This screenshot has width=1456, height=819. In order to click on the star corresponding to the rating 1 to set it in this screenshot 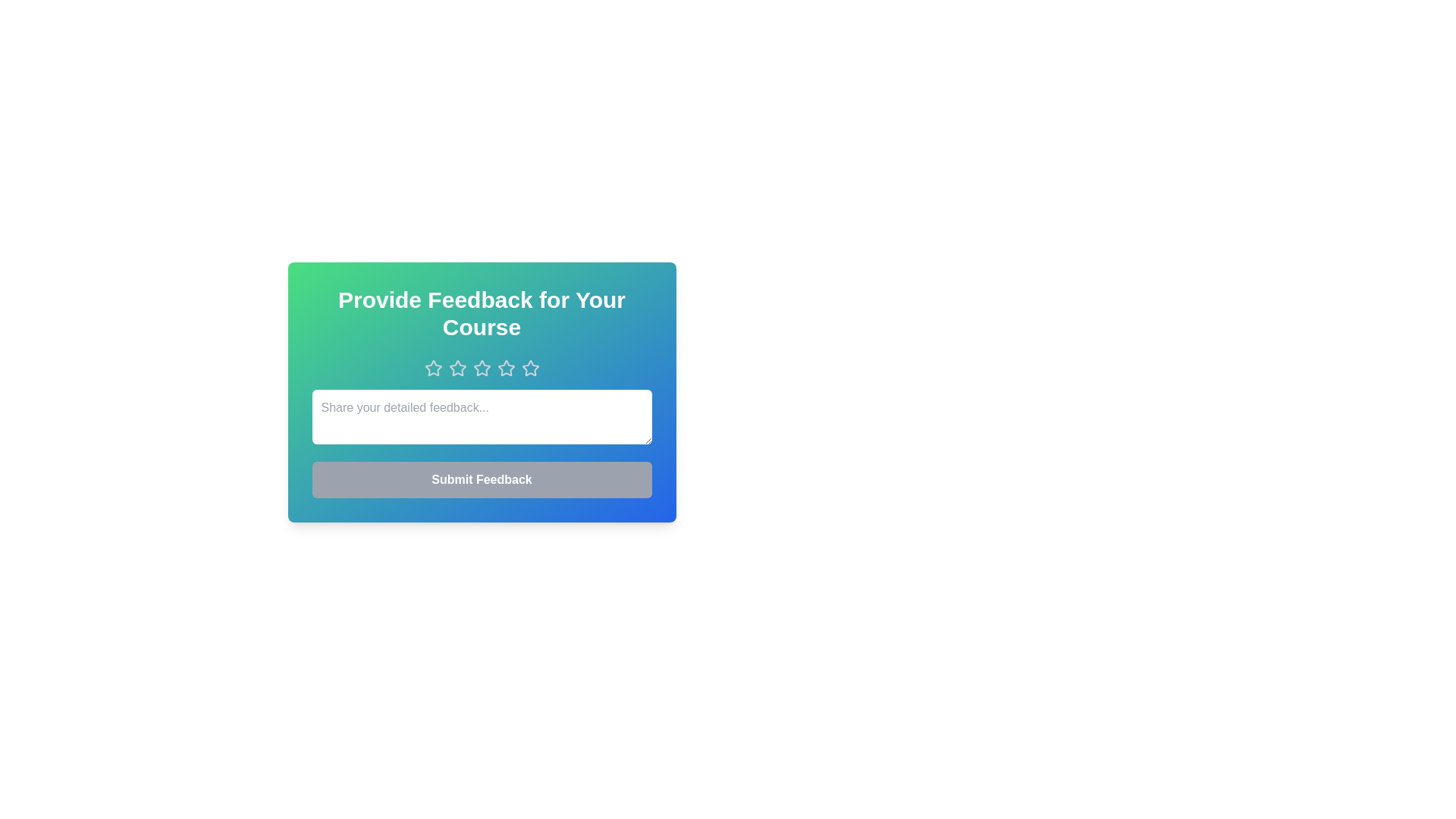, I will do `click(432, 369)`.